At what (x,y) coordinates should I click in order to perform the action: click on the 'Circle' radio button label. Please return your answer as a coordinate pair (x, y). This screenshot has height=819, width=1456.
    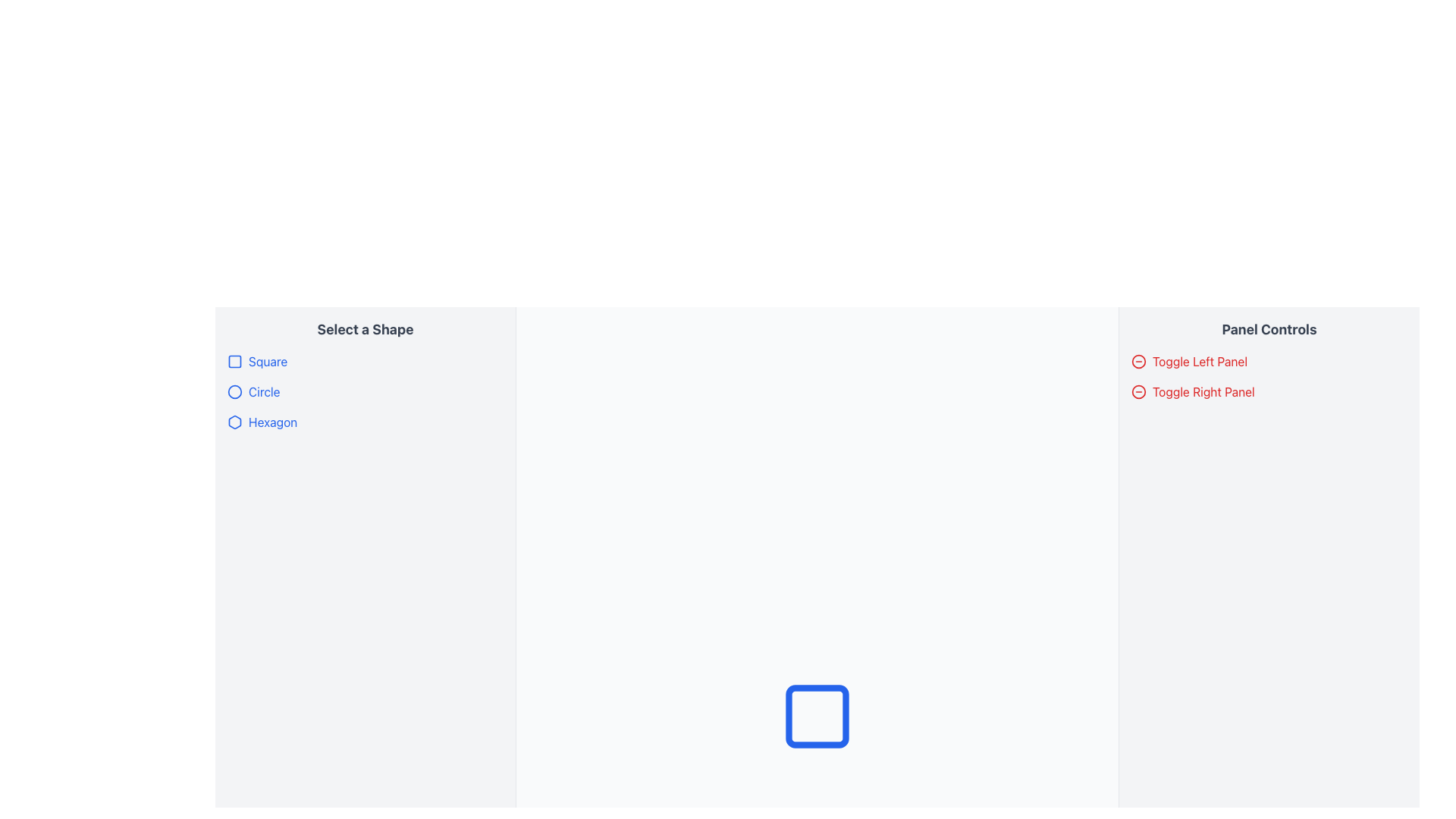
    Looking at the image, I should click on (253, 391).